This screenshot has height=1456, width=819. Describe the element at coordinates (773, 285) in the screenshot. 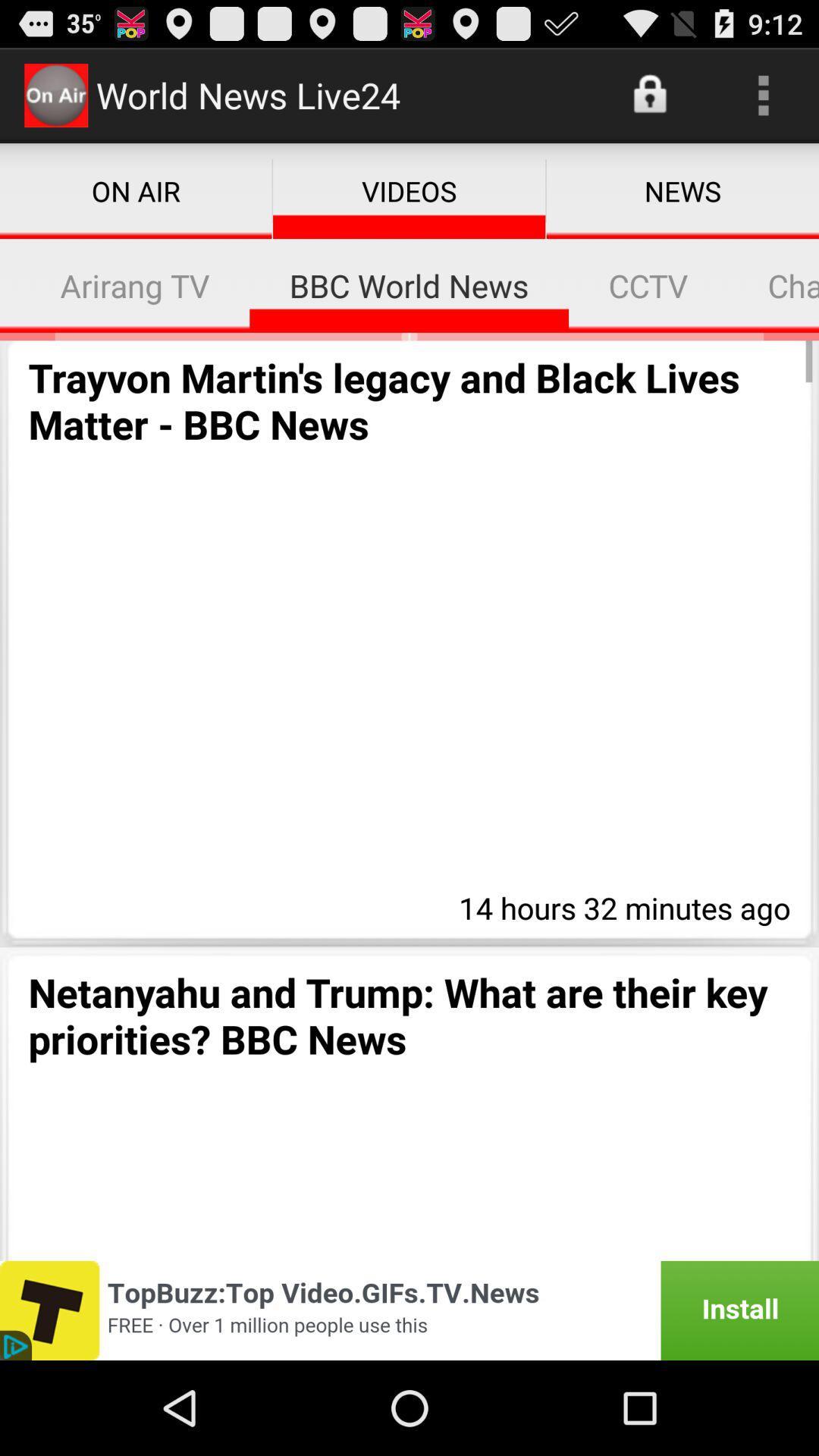

I see `icon next to      cctv      item` at that location.